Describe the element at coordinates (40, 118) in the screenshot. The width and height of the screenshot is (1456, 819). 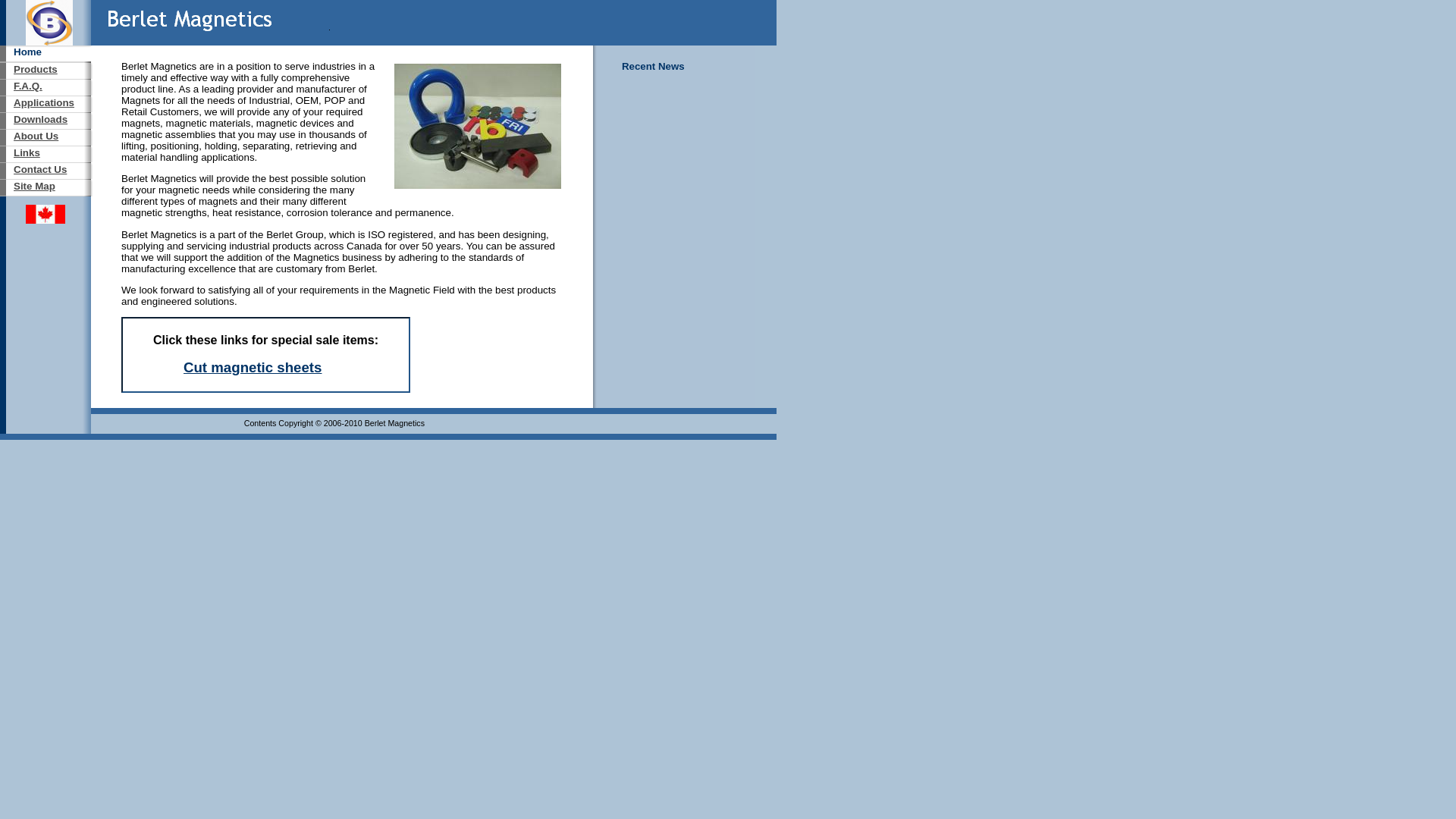
I see `'Downloads'` at that location.